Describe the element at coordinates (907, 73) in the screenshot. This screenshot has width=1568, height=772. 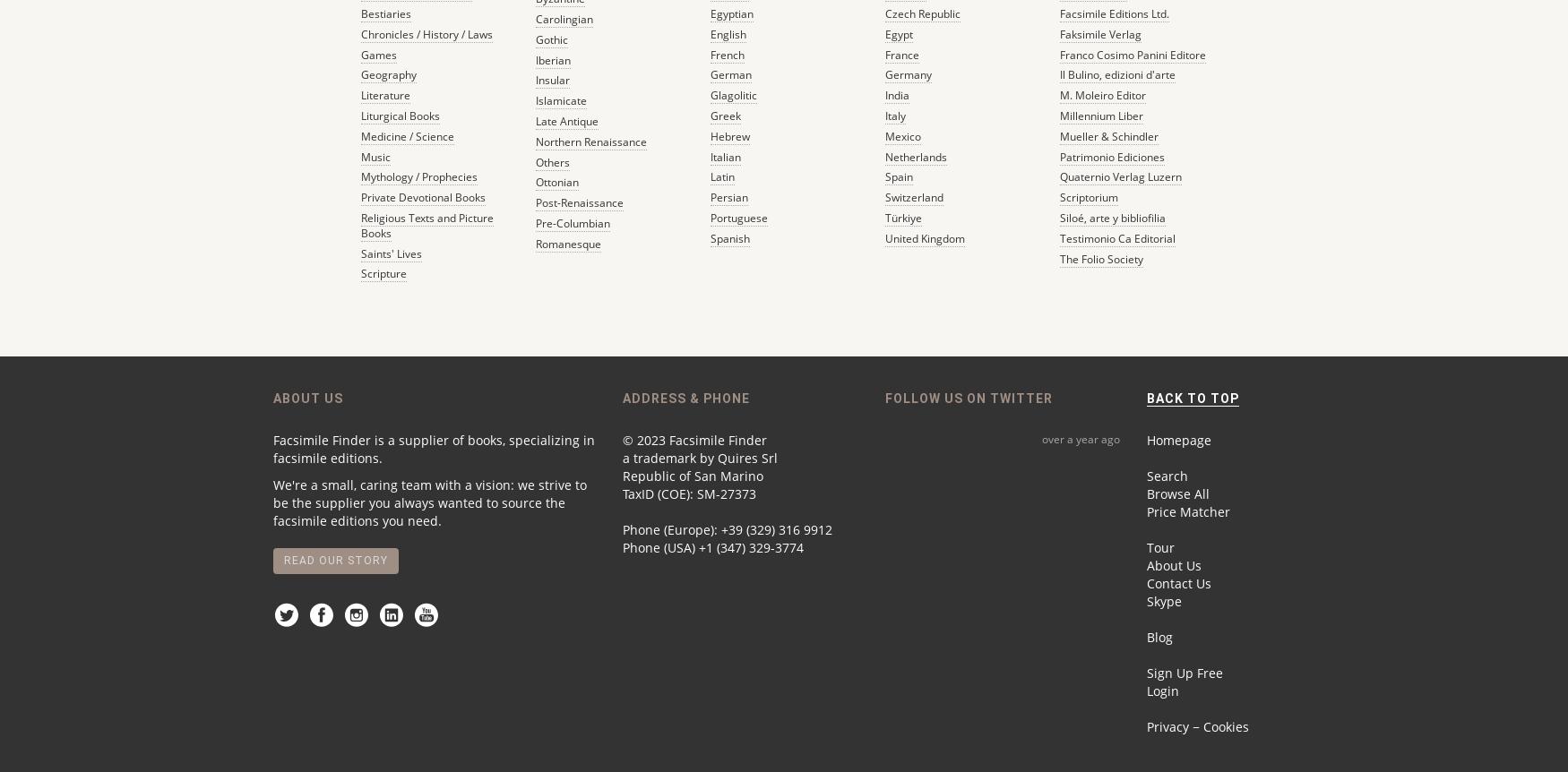
I see `'Germany'` at that location.